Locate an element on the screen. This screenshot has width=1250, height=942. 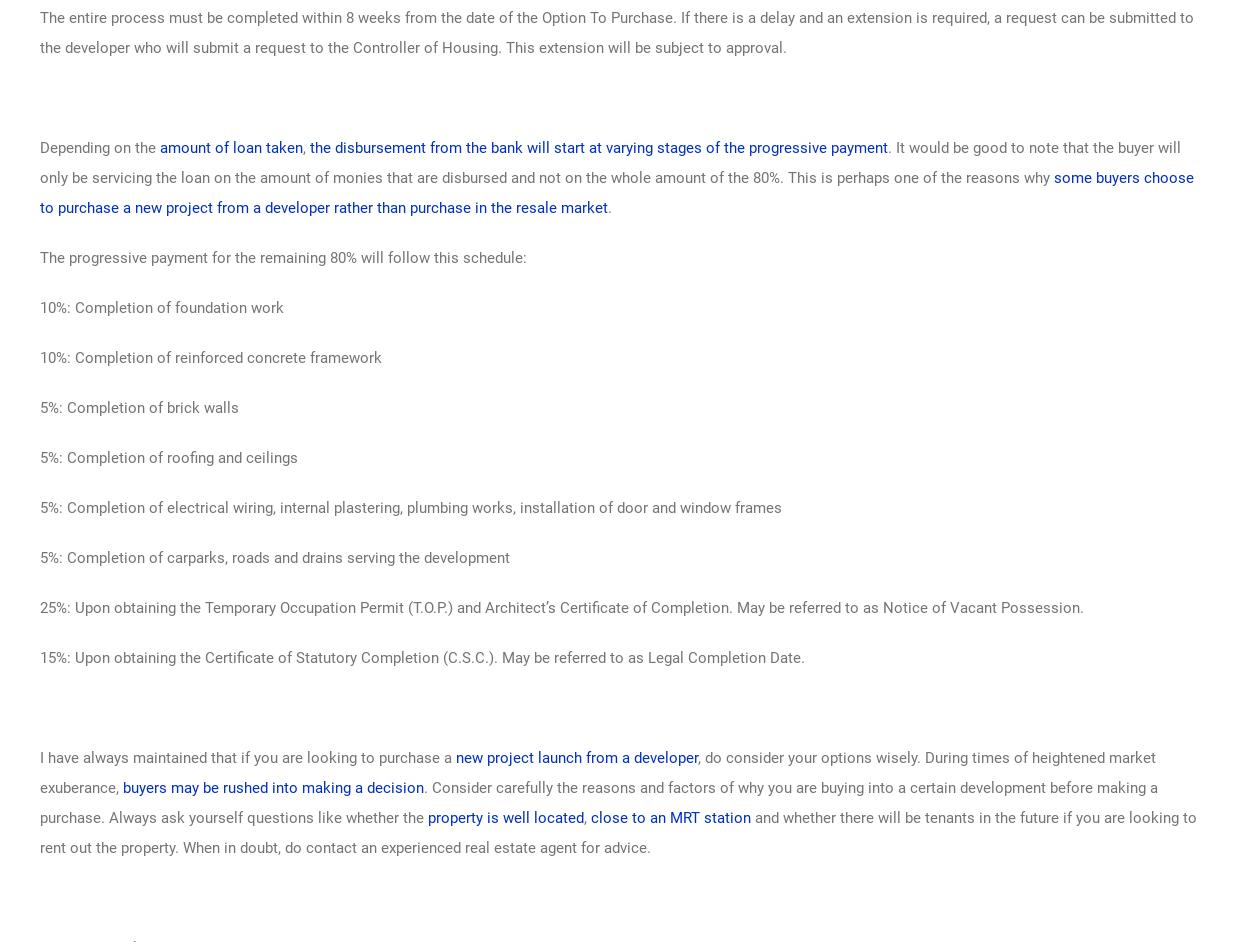
'10%: Completion of reinforced concrete framework' is located at coordinates (40, 356).